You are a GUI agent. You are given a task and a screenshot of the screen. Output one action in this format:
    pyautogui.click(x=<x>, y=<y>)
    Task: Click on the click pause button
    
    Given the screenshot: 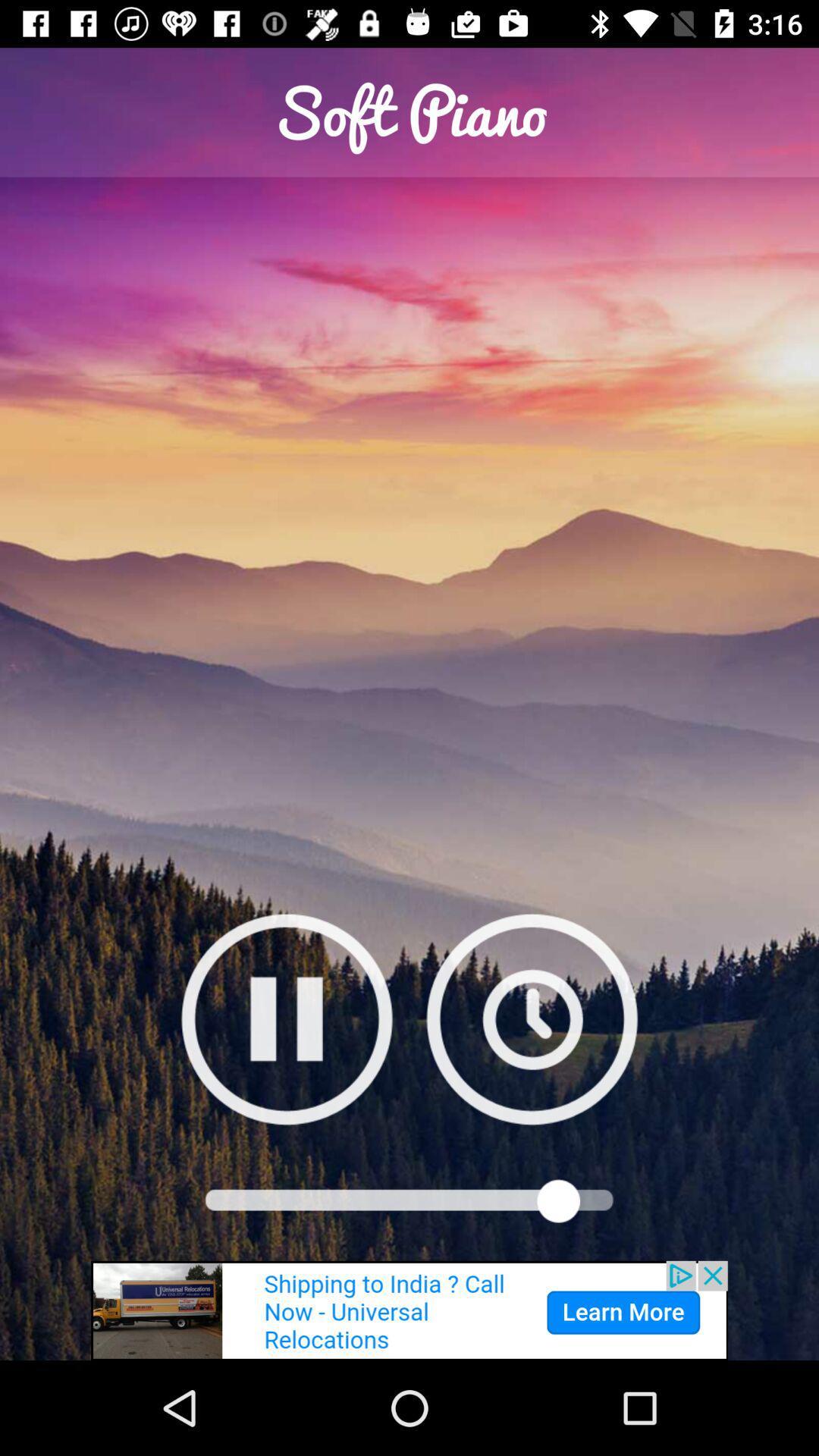 What is the action you would take?
    pyautogui.click(x=287, y=1018)
    